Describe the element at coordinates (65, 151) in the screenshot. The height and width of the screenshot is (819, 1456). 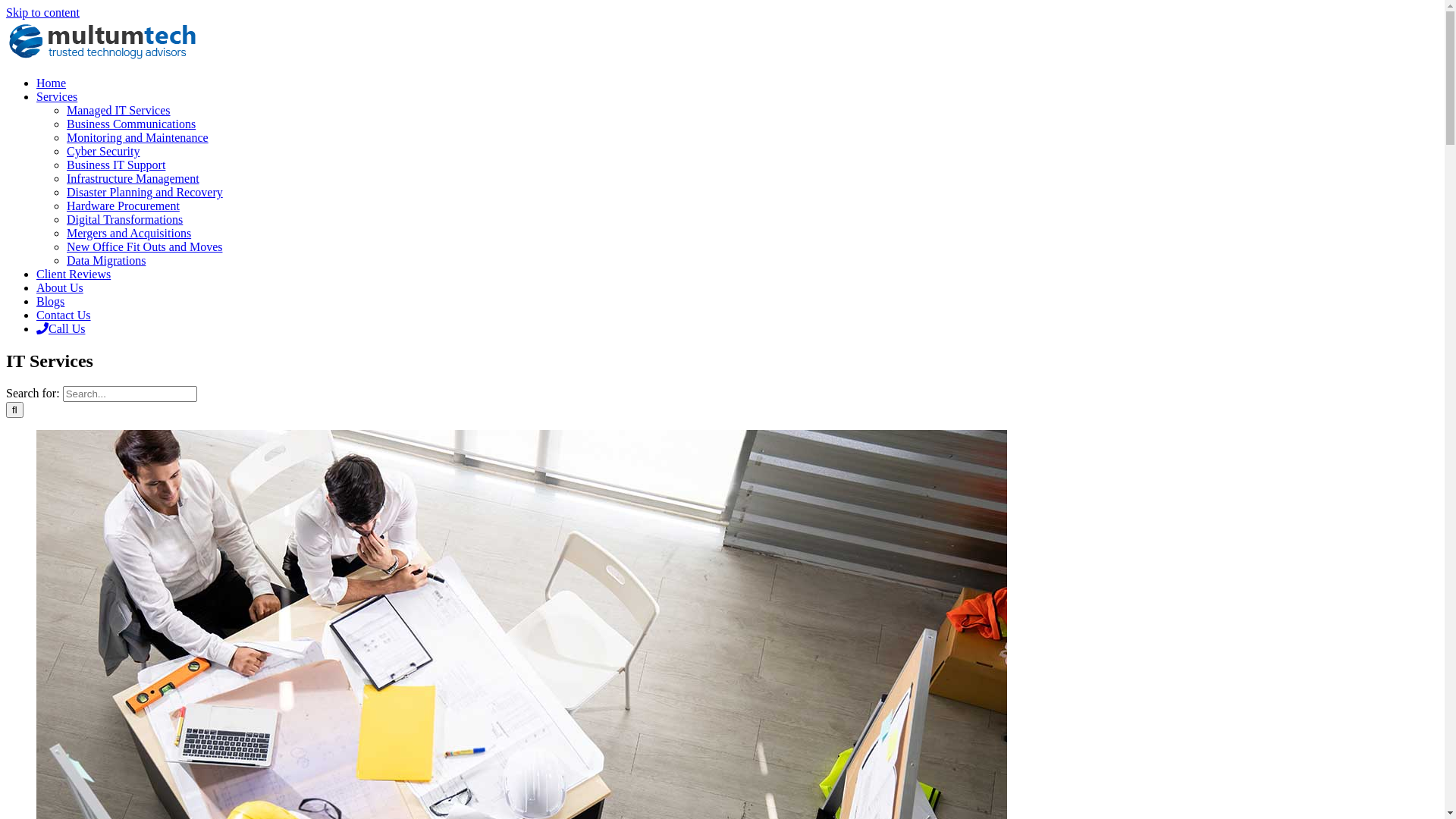
I see `'Cyber Security'` at that location.